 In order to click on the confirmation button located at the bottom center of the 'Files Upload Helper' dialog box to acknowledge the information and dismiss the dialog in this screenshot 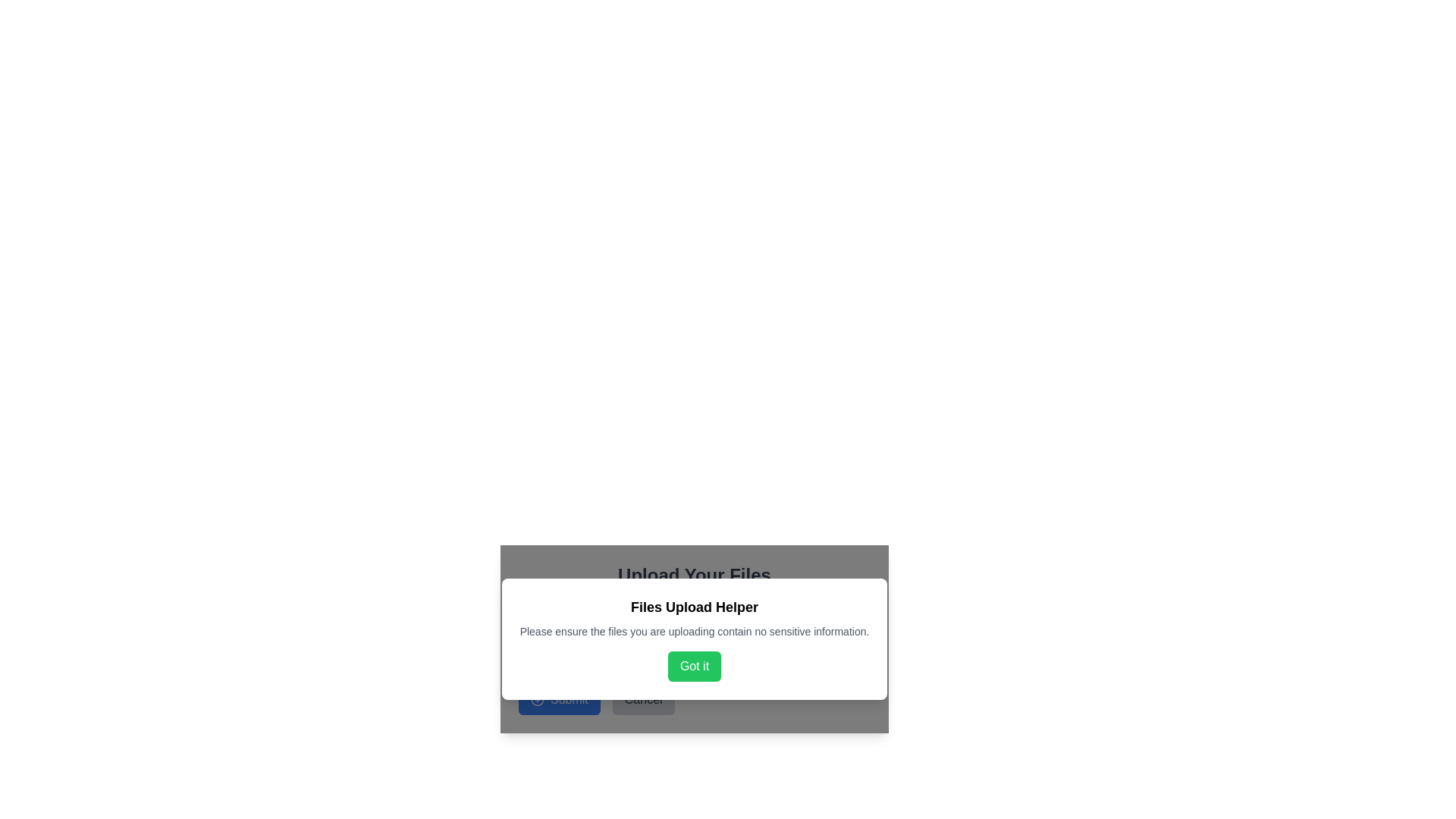, I will do `click(694, 666)`.